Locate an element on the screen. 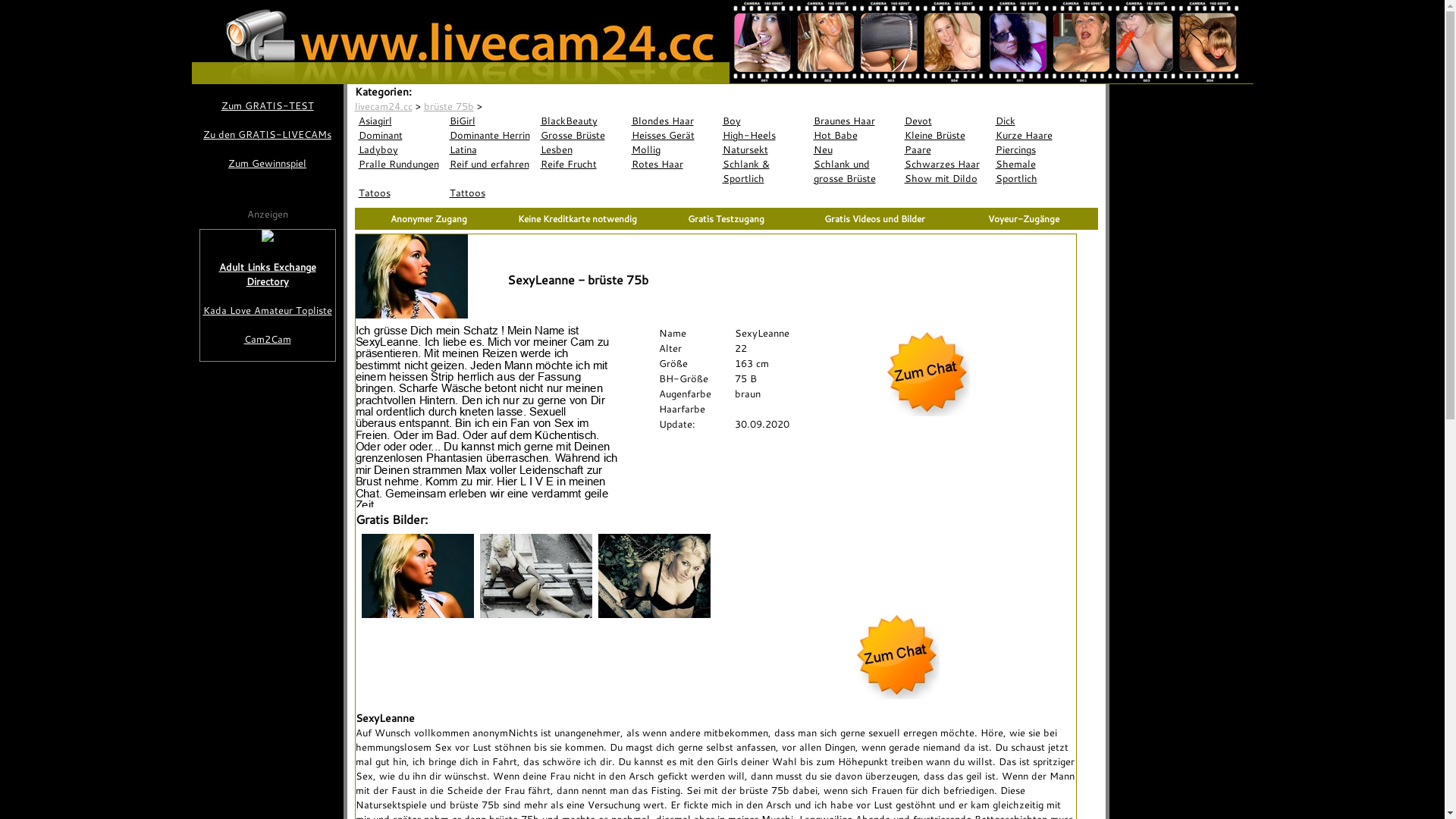 The width and height of the screenshot is (1456, 819). 'Schlank & Sportlich' is located at coordinates (764, 171).